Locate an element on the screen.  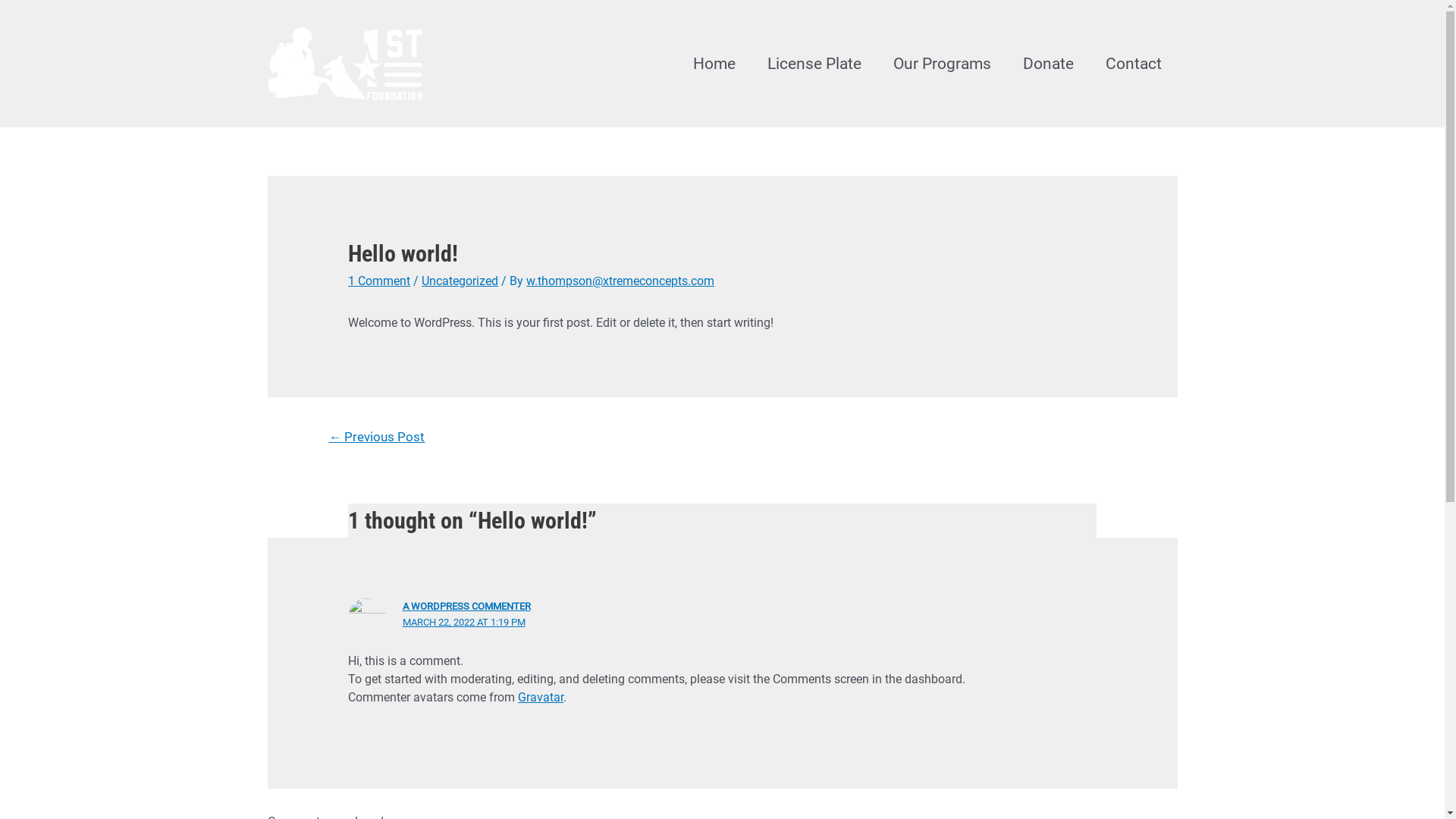
'MARCH 22, 2022 AT 1:19 PM' is located at coordinates (463, 622).